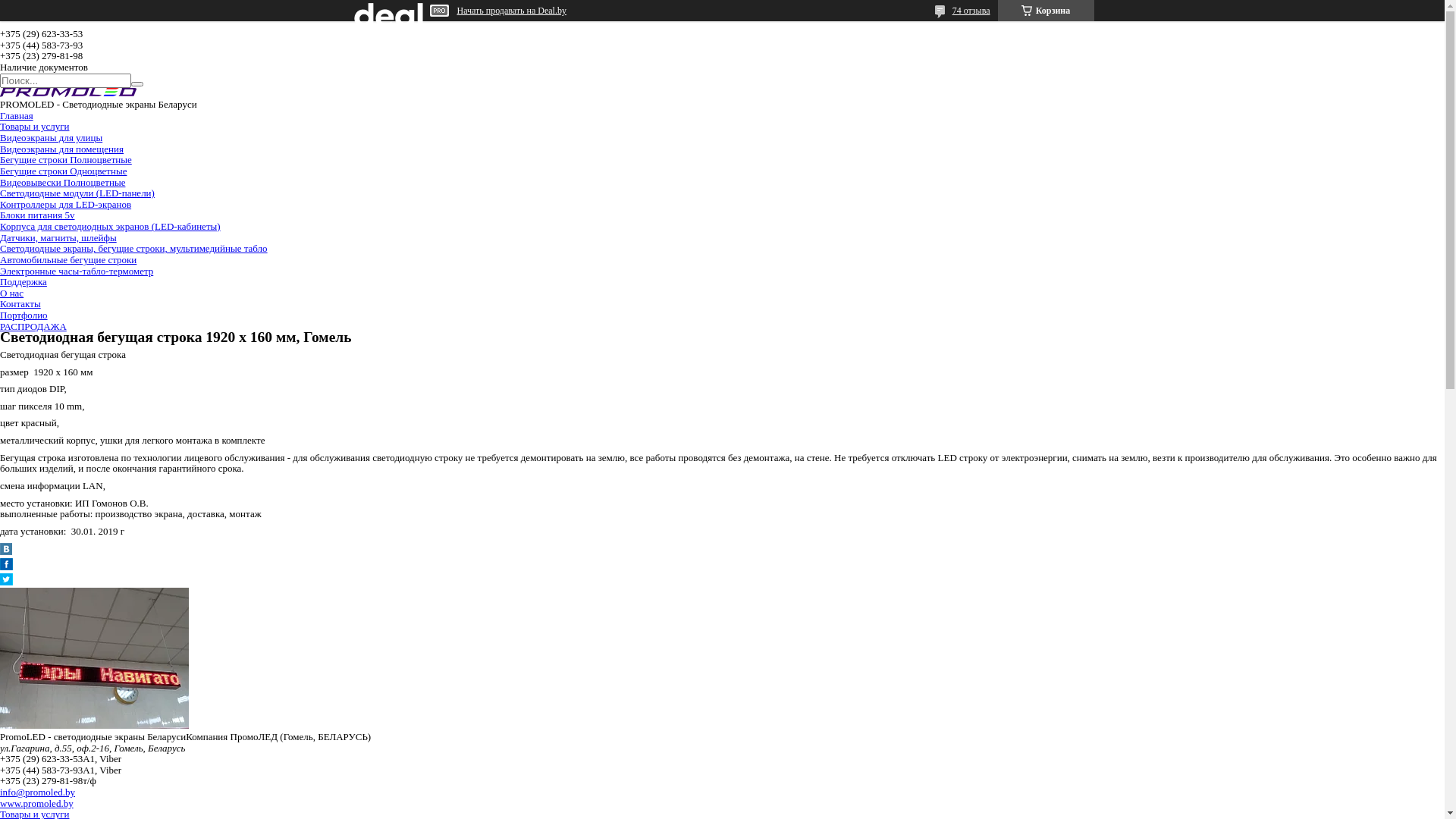  Describe the element at coordinates (6, 566) in the screenshot. I see `'facebook'` at that location.